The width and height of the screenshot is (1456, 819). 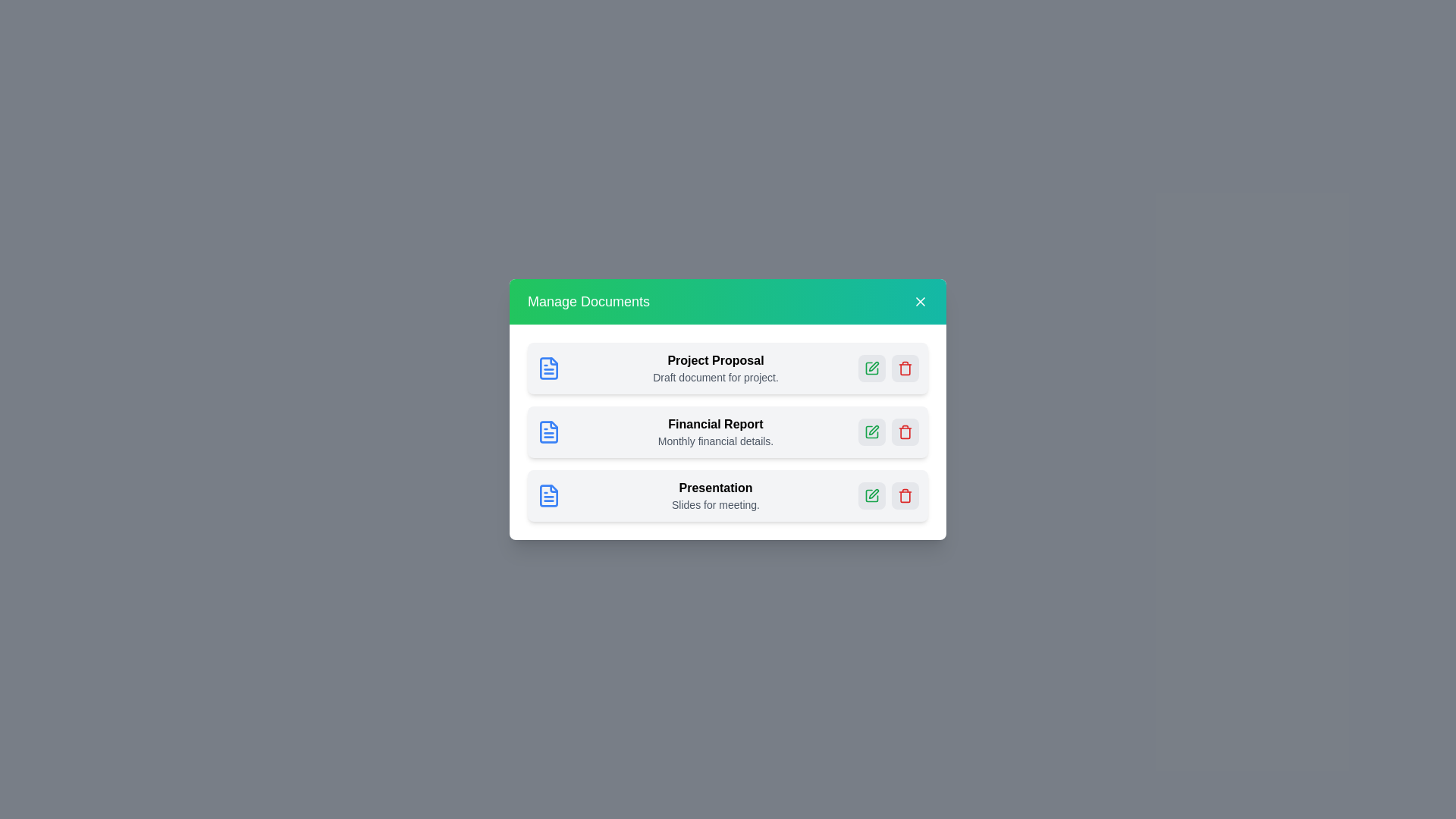 What do you see at coordinates (872, 496) in the screenshot?
I see `edit button for the document named Presentation` at bounding box center [872, 496].